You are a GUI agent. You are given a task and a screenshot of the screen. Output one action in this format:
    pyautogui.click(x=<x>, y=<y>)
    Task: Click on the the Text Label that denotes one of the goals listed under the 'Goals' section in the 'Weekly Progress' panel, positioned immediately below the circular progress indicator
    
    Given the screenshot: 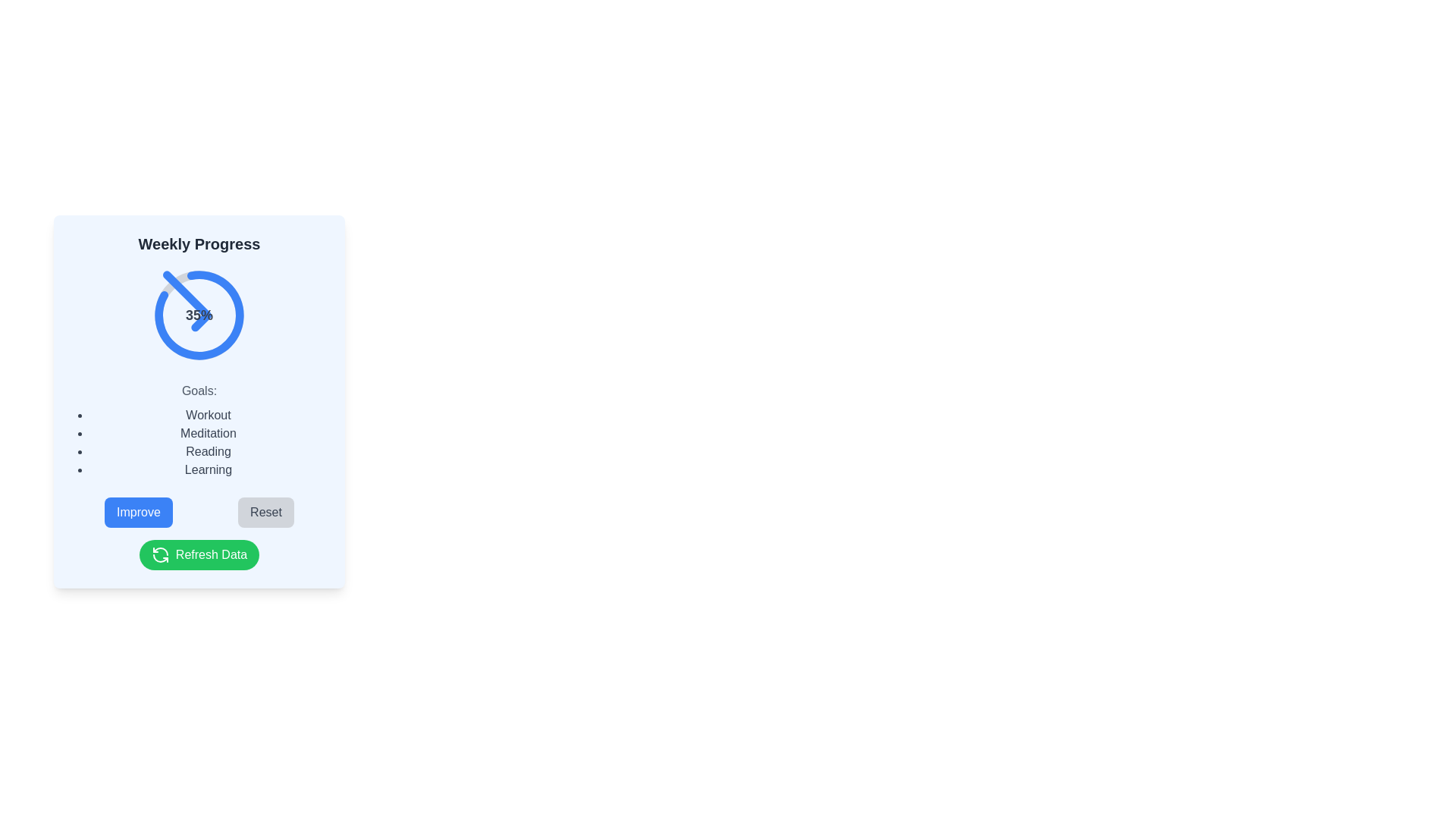 What is the action you would take?
    pyautogui.click(x=207, y=415)
    